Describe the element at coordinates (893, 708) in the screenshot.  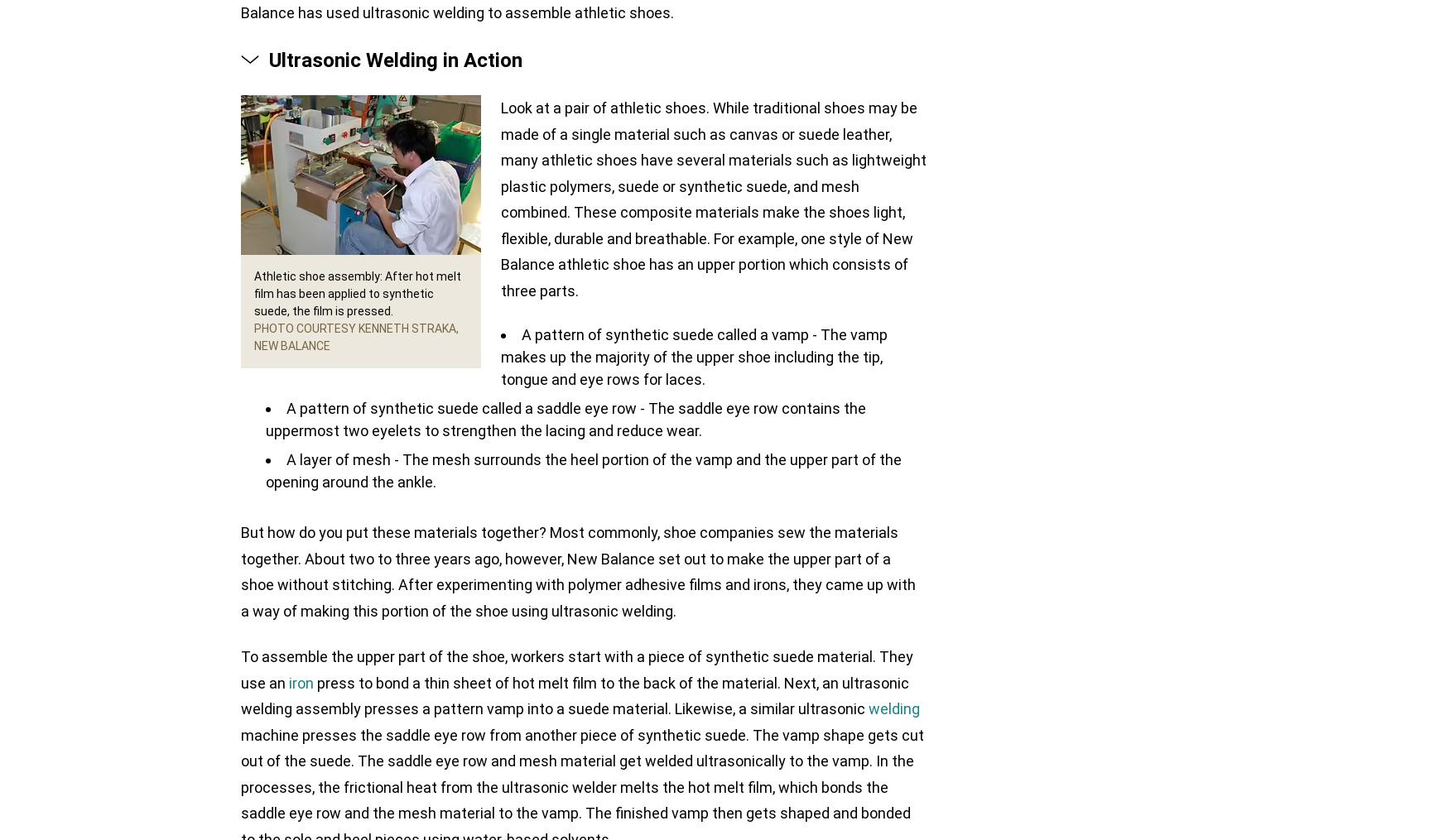
I see `'welding'` at that location.